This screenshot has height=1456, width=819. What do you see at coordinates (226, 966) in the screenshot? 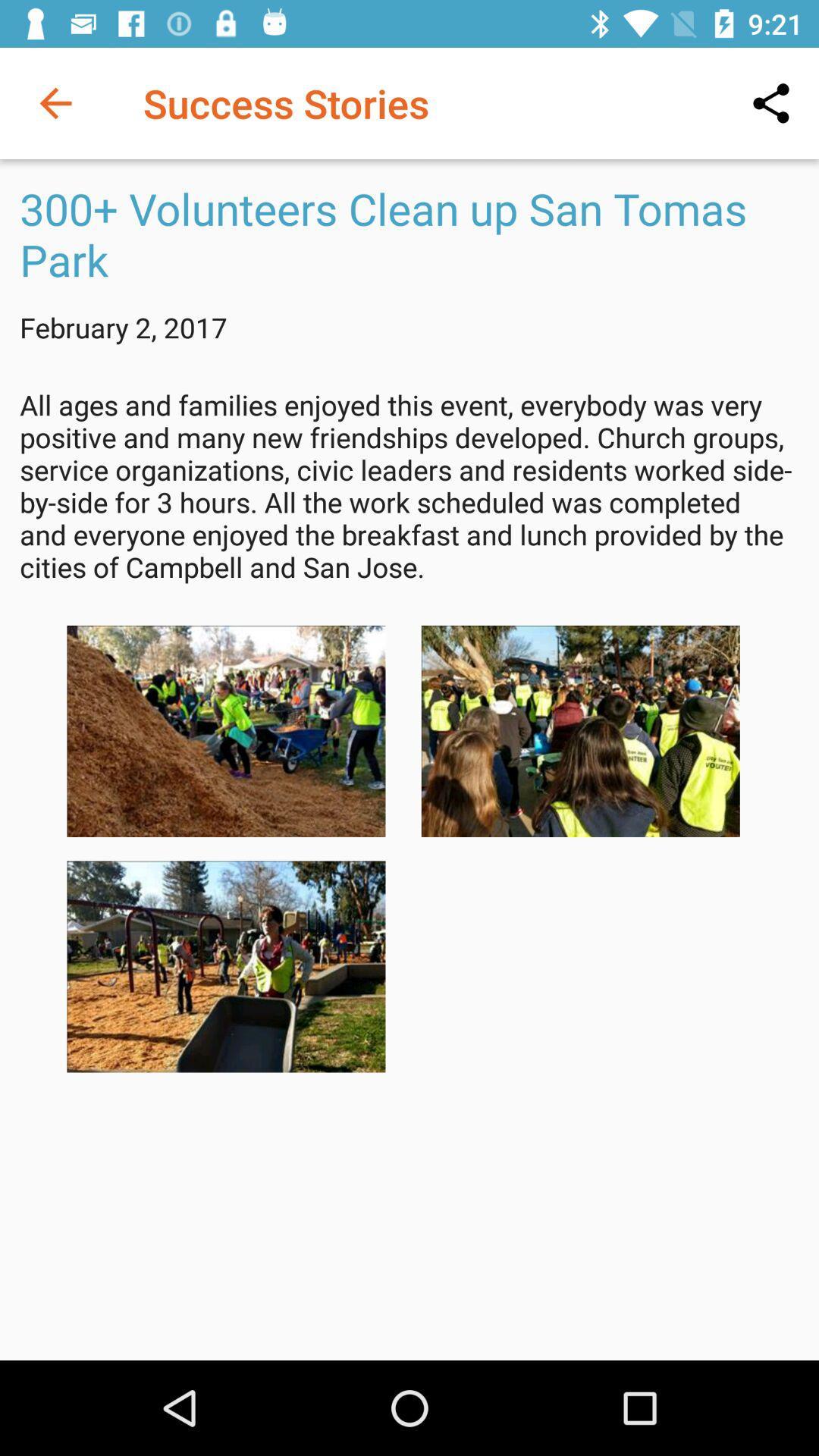
I see `pic` at bounding box center [226, 966].